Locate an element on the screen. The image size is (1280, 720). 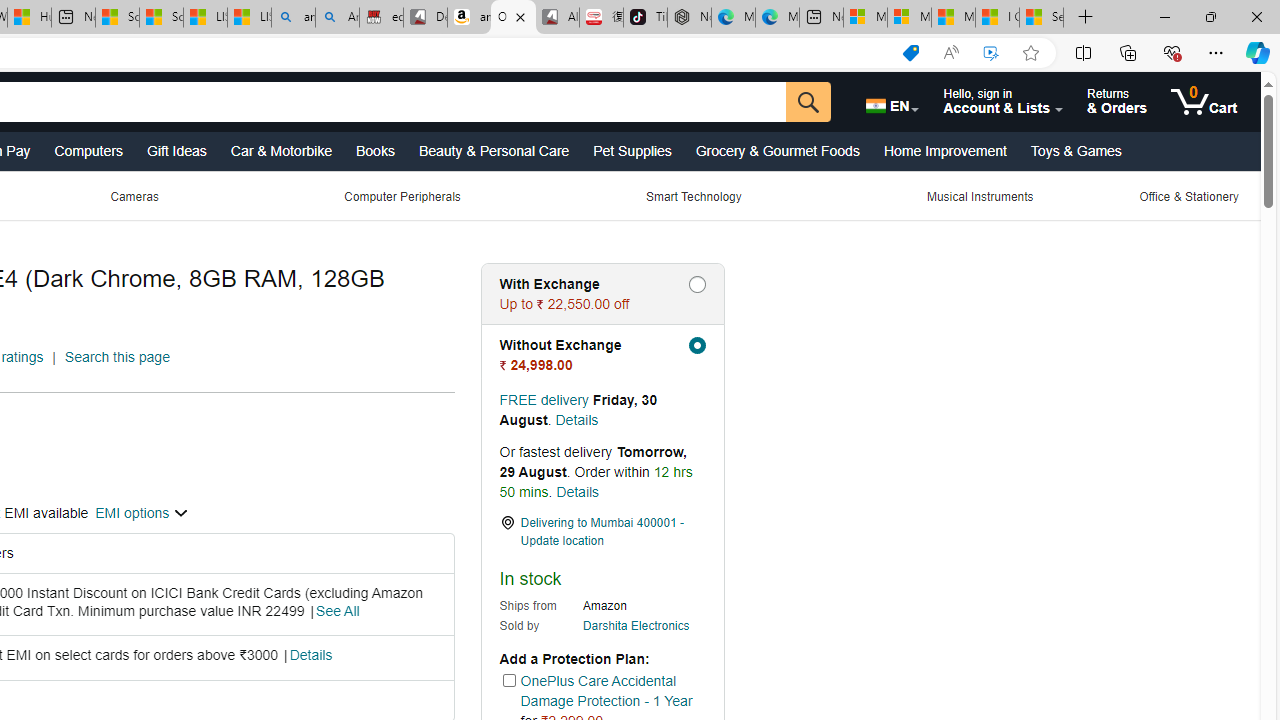
'TikTok' is located at coordinates (645, 17).